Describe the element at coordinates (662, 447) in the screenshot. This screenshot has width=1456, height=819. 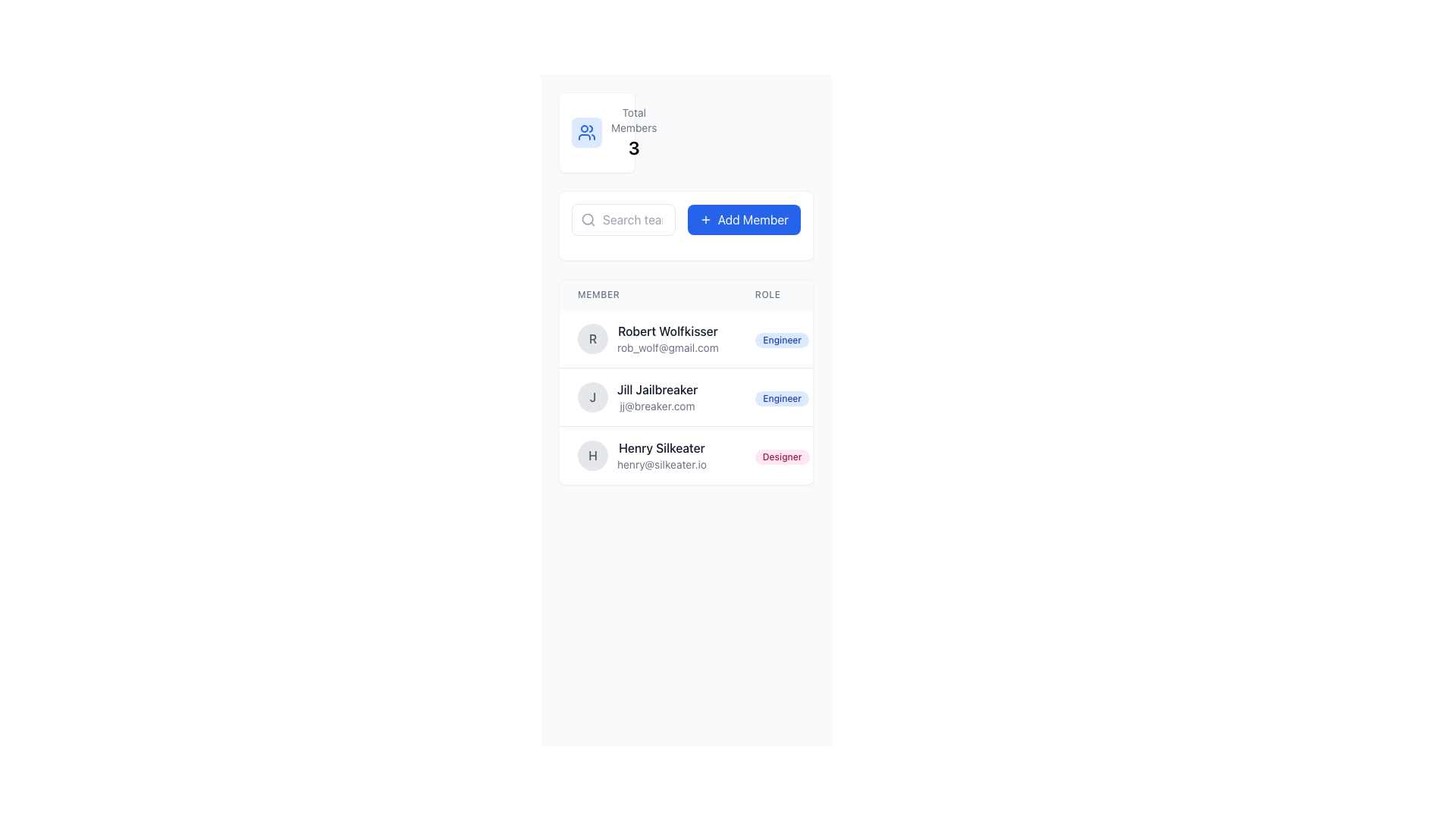
I see `the non-interactive text label presenting the name of a member in the third row of the Member listing, located under the 'Member' column header` at that location.